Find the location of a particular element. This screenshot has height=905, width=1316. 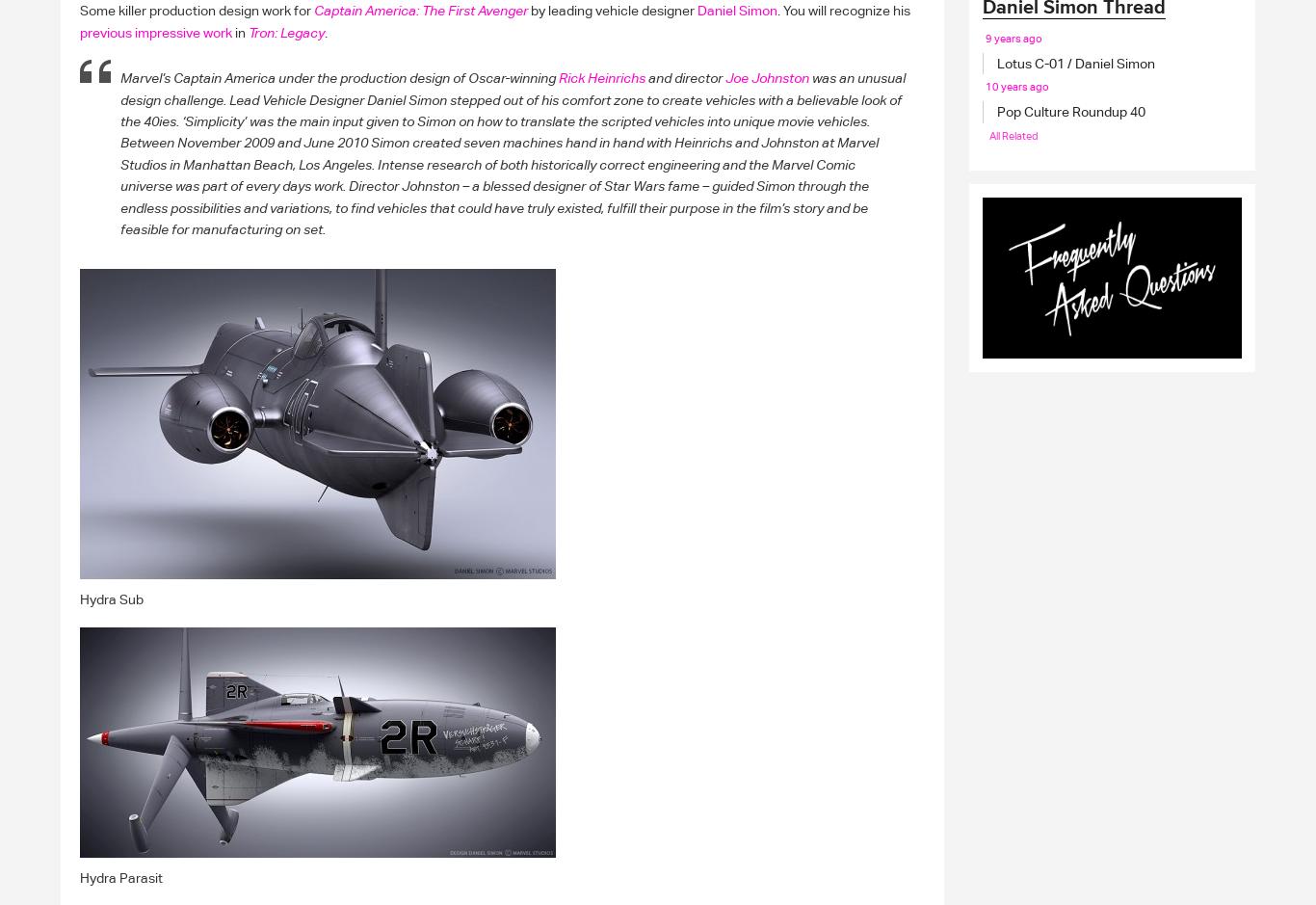

'You will recognize his' is located at coordinates (844, 10).